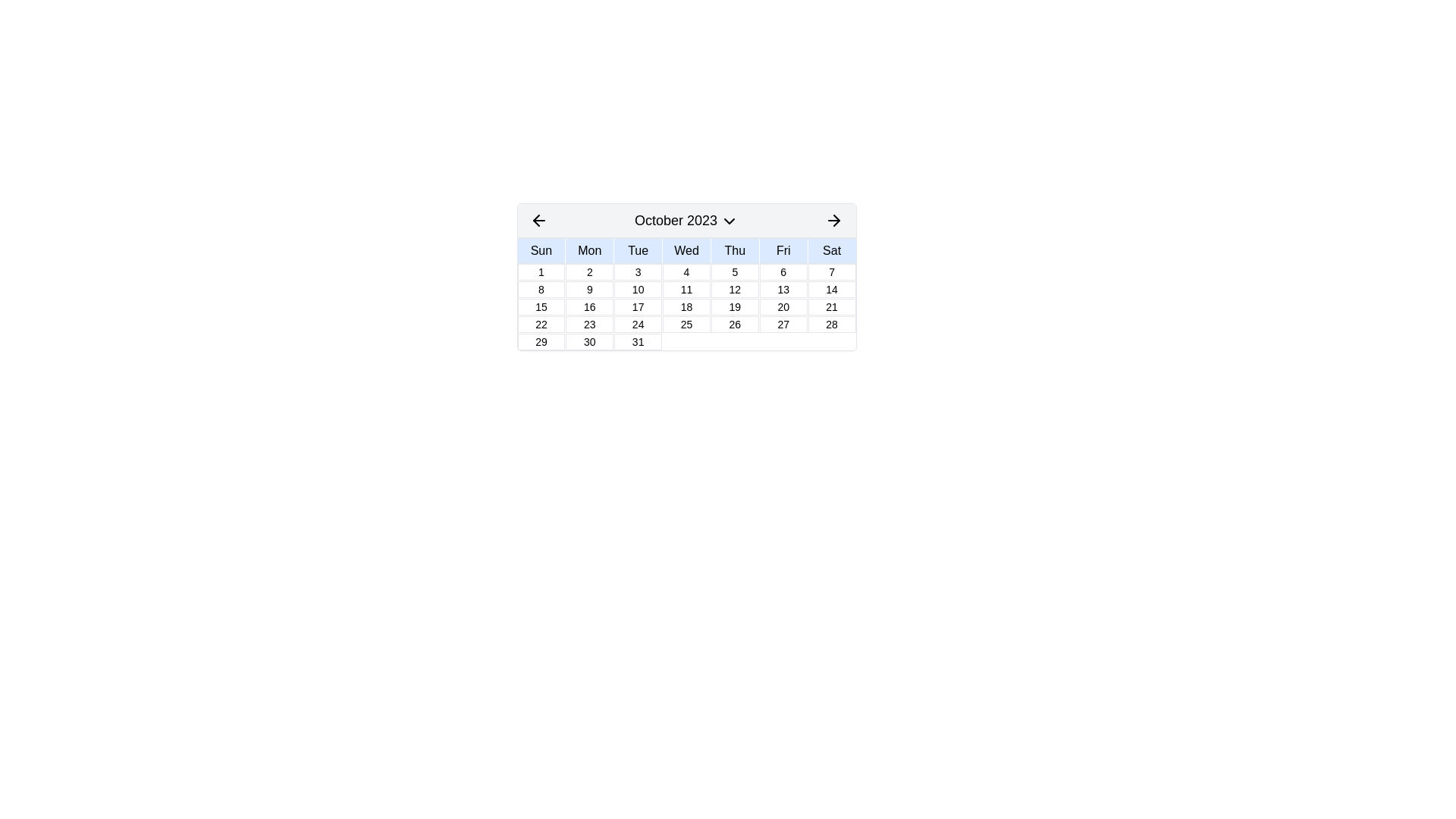 The width and height of the screenshot is (1456, 819). I want to click on the Calendar Date Cell displaying the number '8', so click(541, 289).